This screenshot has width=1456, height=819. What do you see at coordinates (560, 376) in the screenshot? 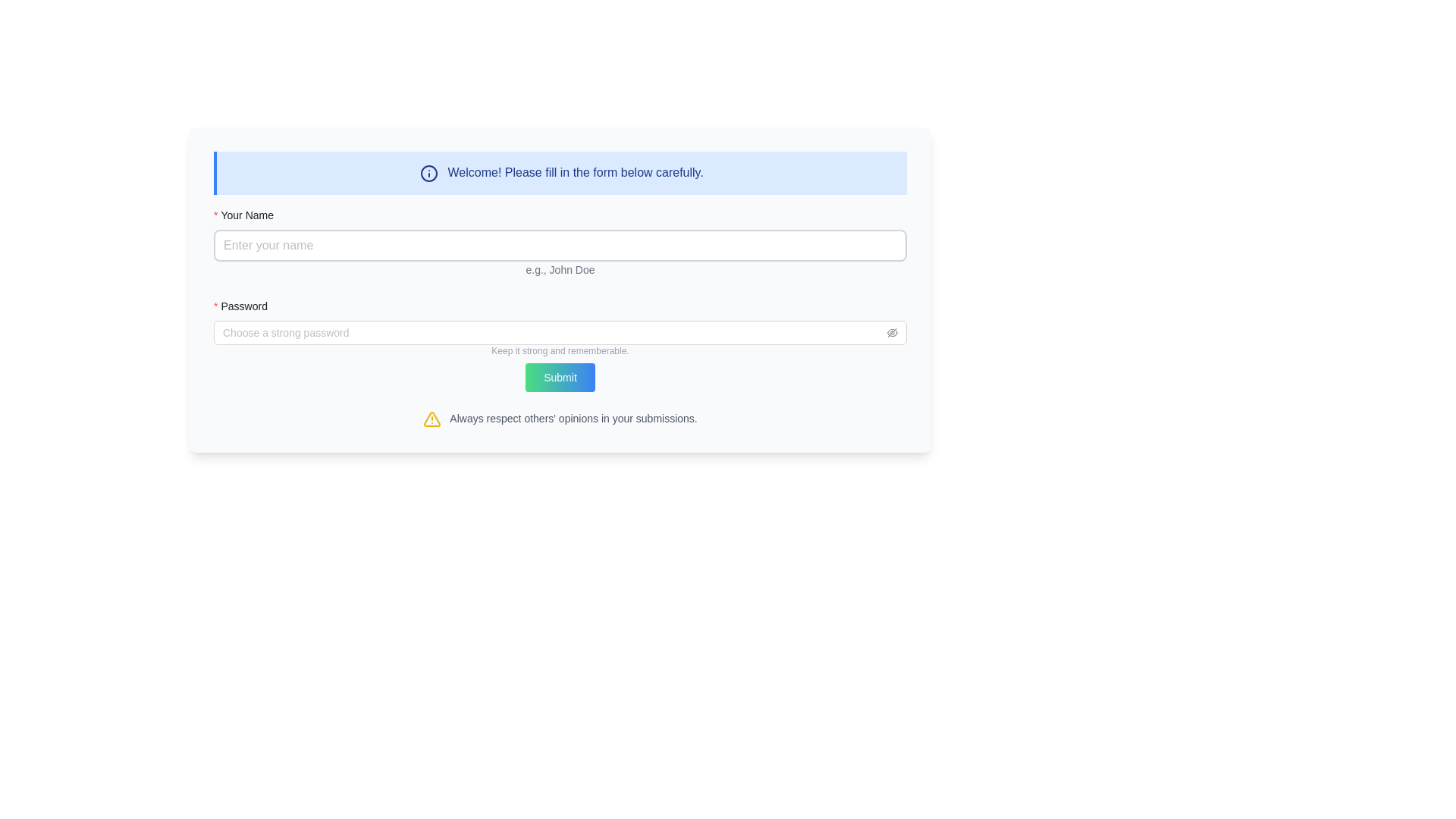
I see `the 'Submit' button with a gradient background transitioning from green to blue, which is located below the 'Password' input field` at bounding box center [560, 376].